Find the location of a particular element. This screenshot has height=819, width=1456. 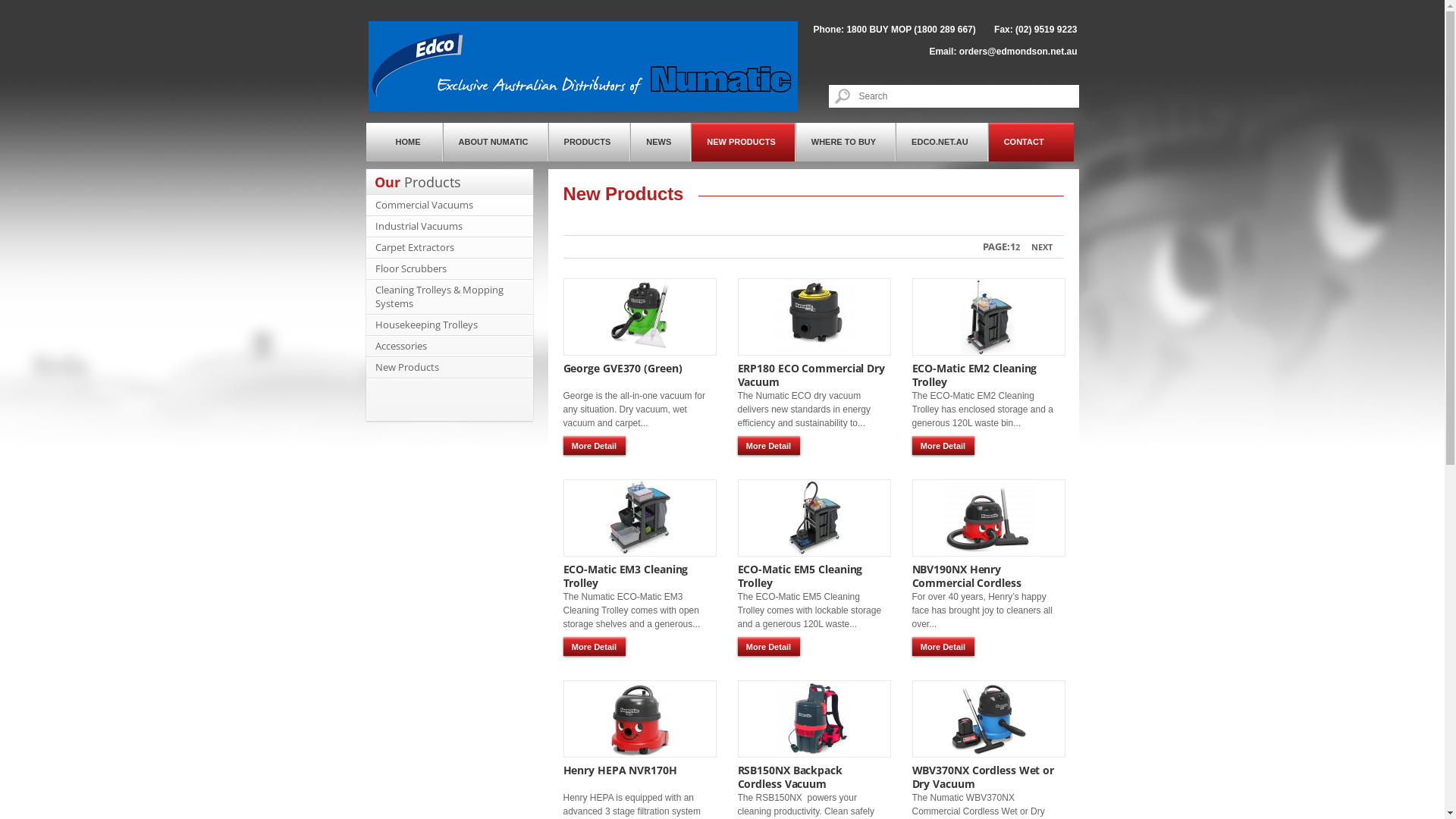

'HOME' is located at coordinates (403, 142).